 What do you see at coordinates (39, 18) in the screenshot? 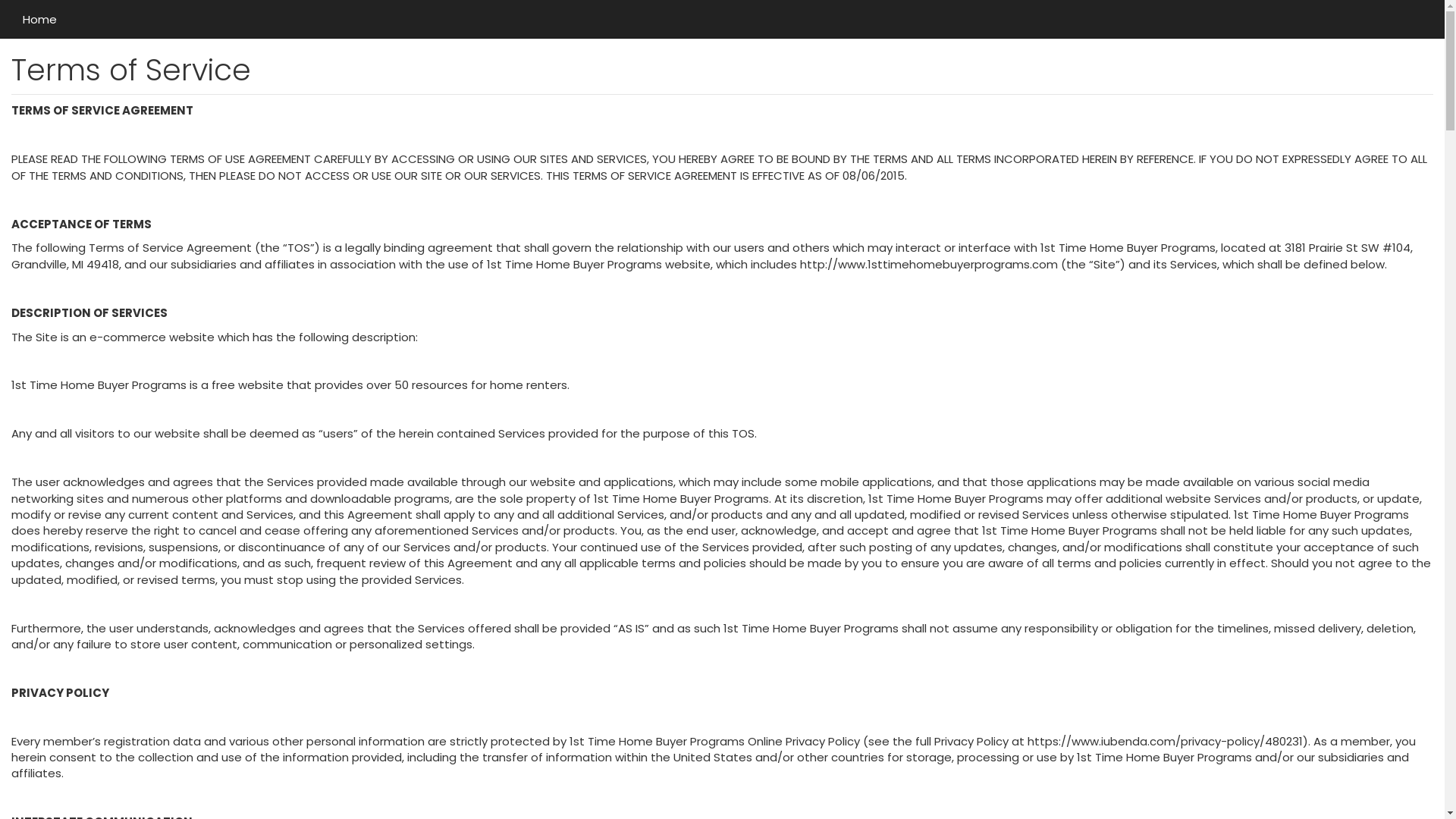
I see `'Home'` at bounding box center [39, 18].